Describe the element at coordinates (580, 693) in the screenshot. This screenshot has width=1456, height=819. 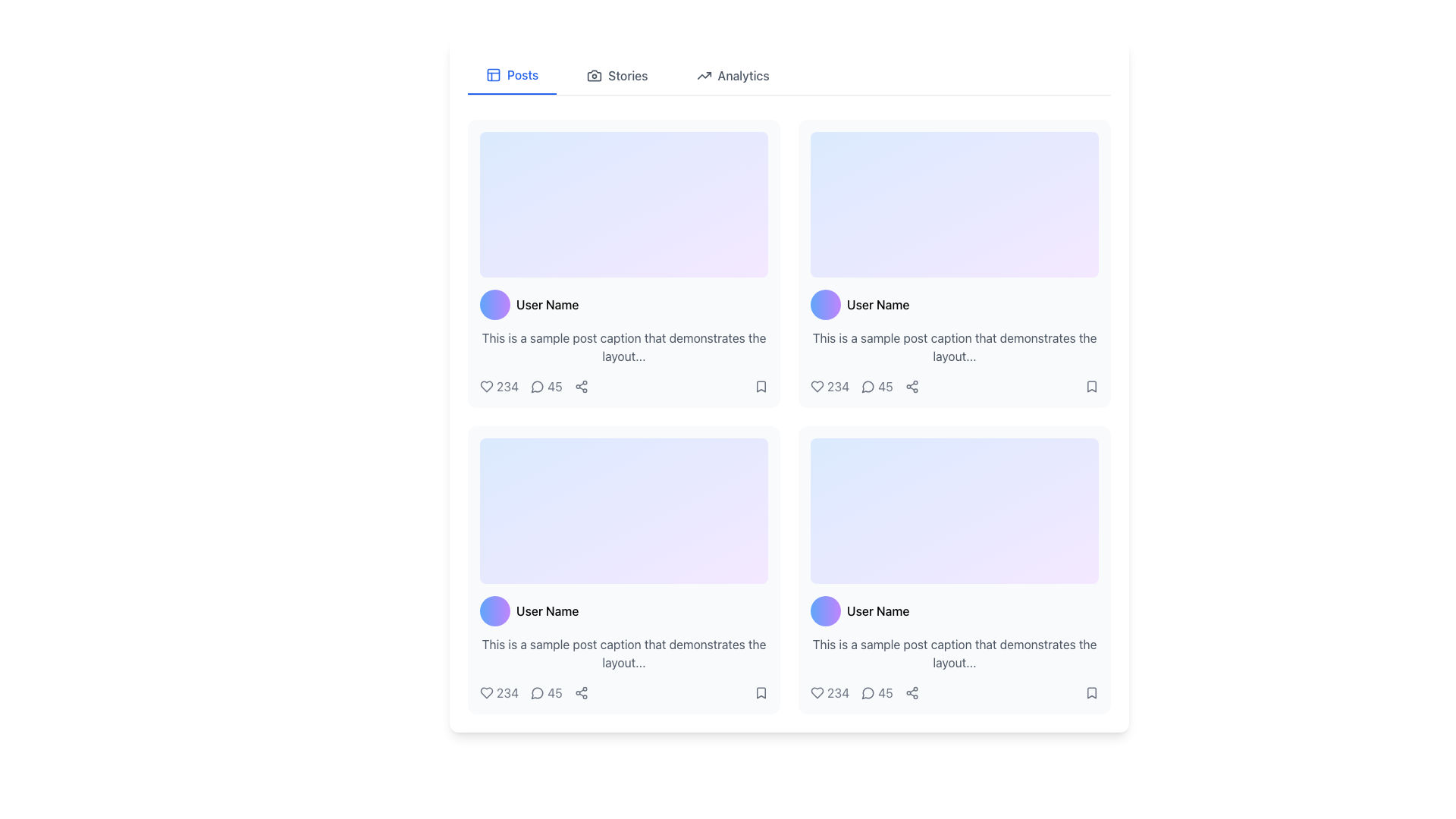
I see `the share button, which is the third icon in the row of interaction options below a post` at that location.